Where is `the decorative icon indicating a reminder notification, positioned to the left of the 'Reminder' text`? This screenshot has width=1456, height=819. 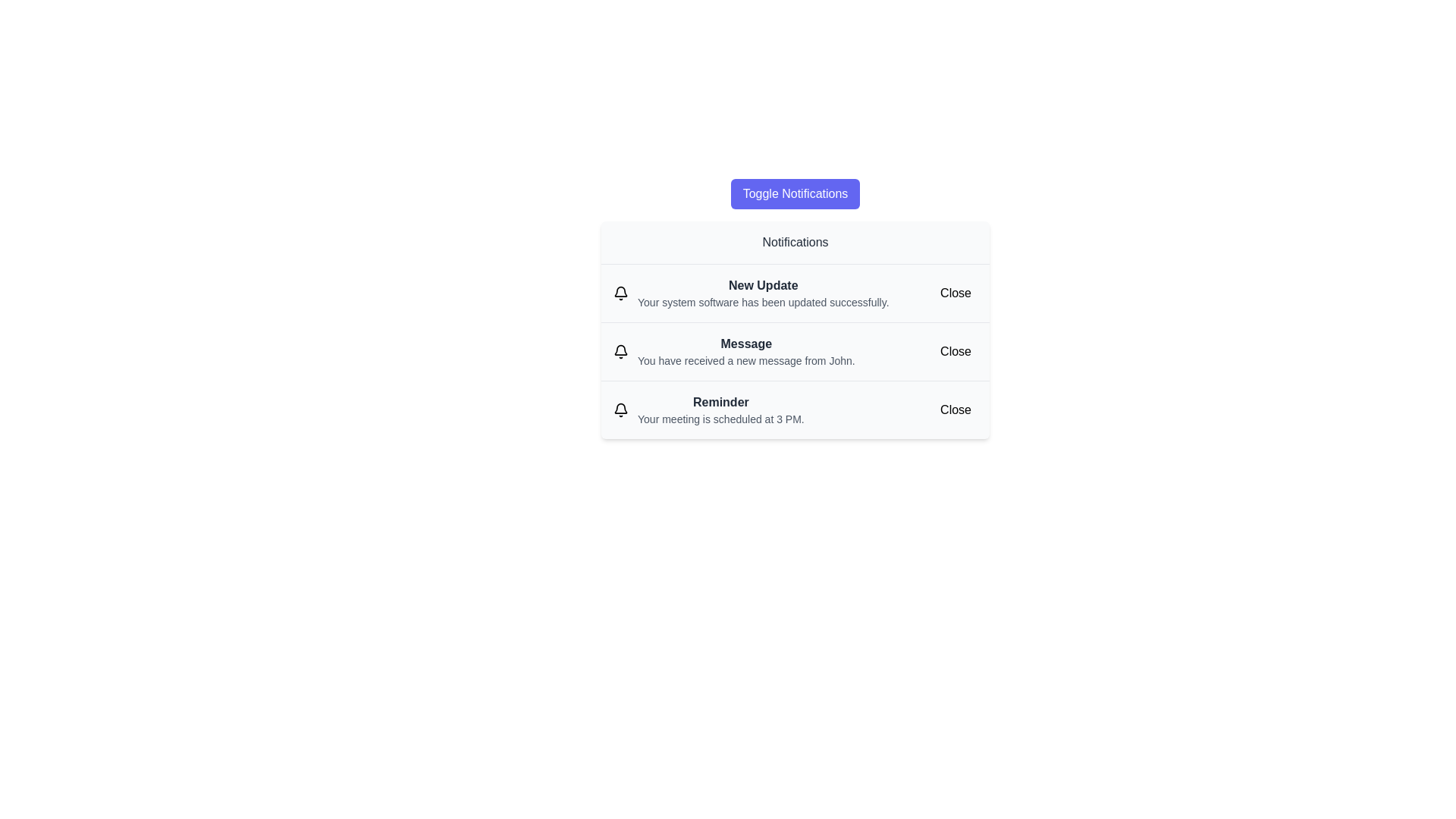 the decorative icon indicating a reminder notification, positioned to the left of the 'Reminder' text is located at coordinates (621, 409).